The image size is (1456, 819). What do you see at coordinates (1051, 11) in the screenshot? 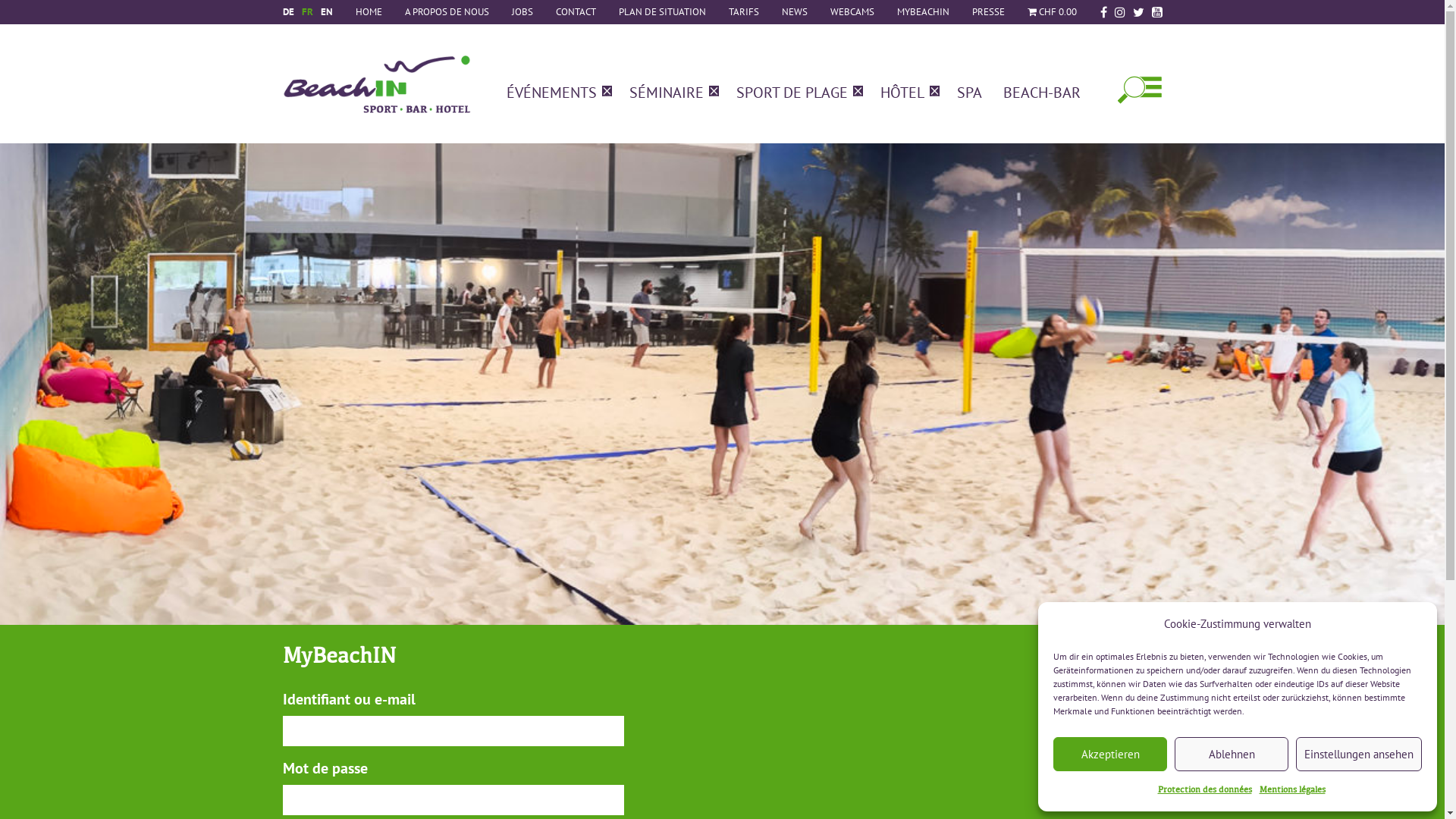
I see `'CHF 0.00'` at bounding box center [1051, 11].